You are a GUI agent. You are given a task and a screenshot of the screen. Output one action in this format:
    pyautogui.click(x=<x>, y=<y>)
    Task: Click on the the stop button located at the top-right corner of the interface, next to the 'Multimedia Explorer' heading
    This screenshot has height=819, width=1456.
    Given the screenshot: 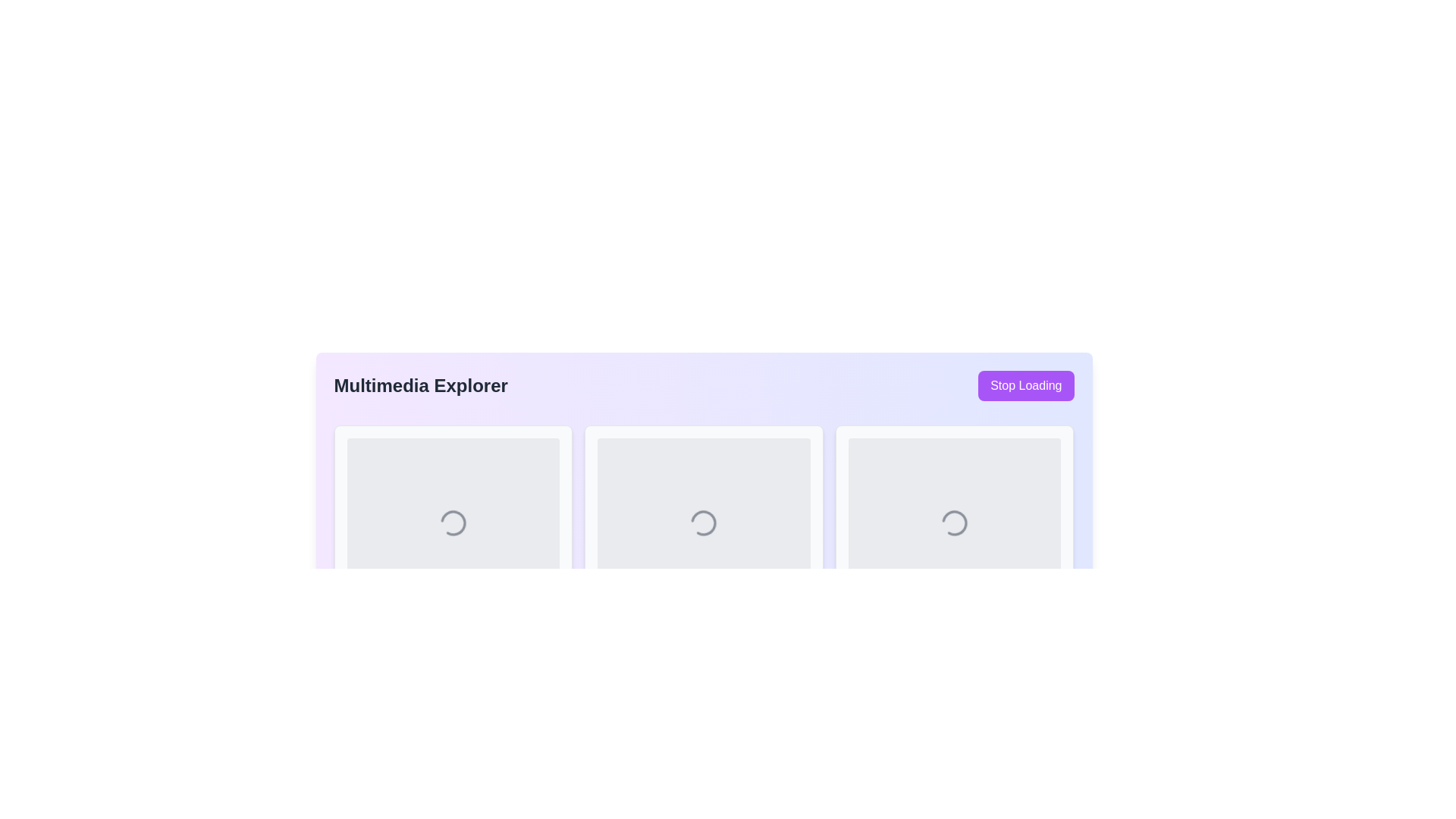 What is the action you would take?
    pyautogui.click(x=1026, y=385)
    